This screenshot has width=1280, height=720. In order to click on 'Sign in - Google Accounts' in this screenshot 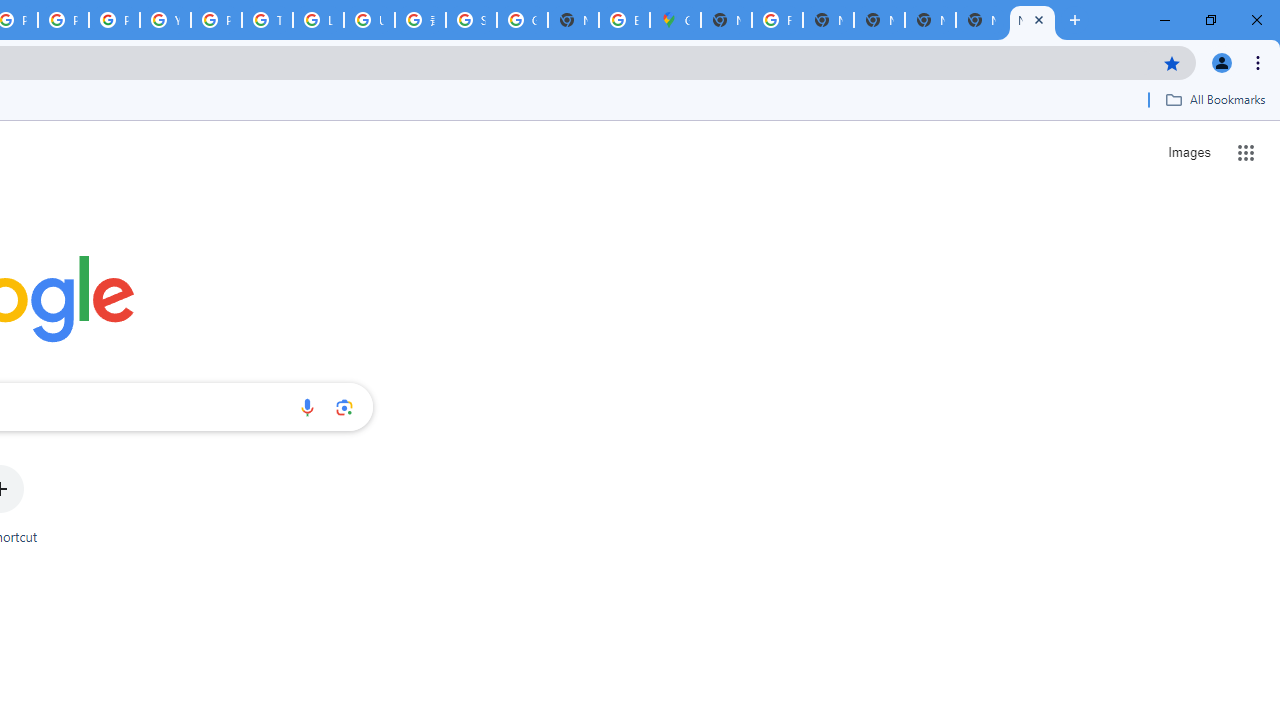, I will do `click(470, 20)`.